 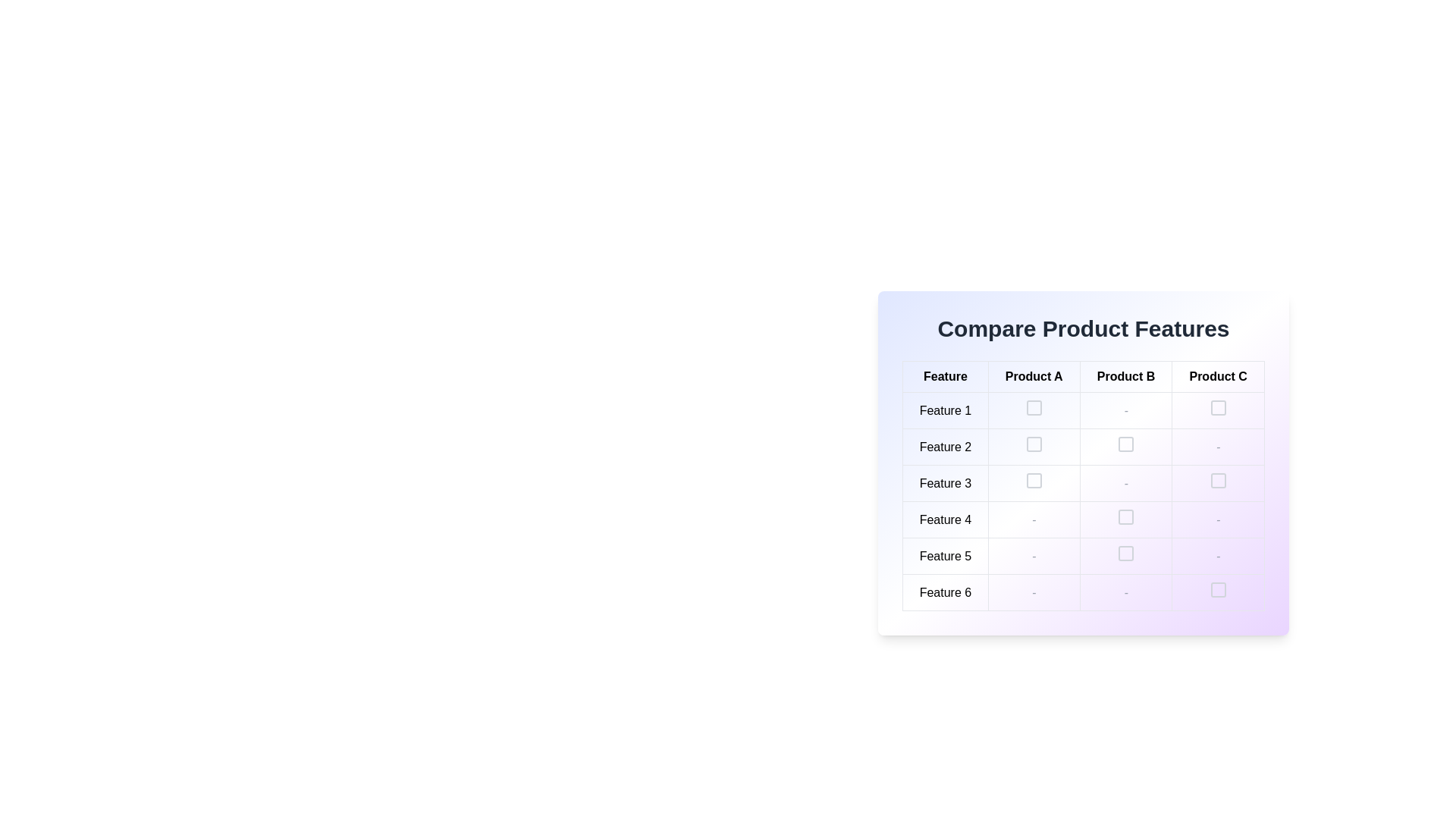 What do you see at coordinates (1033, 444) in the screenshot?
I see `the checkbox` at bounding box center [1033, 444].